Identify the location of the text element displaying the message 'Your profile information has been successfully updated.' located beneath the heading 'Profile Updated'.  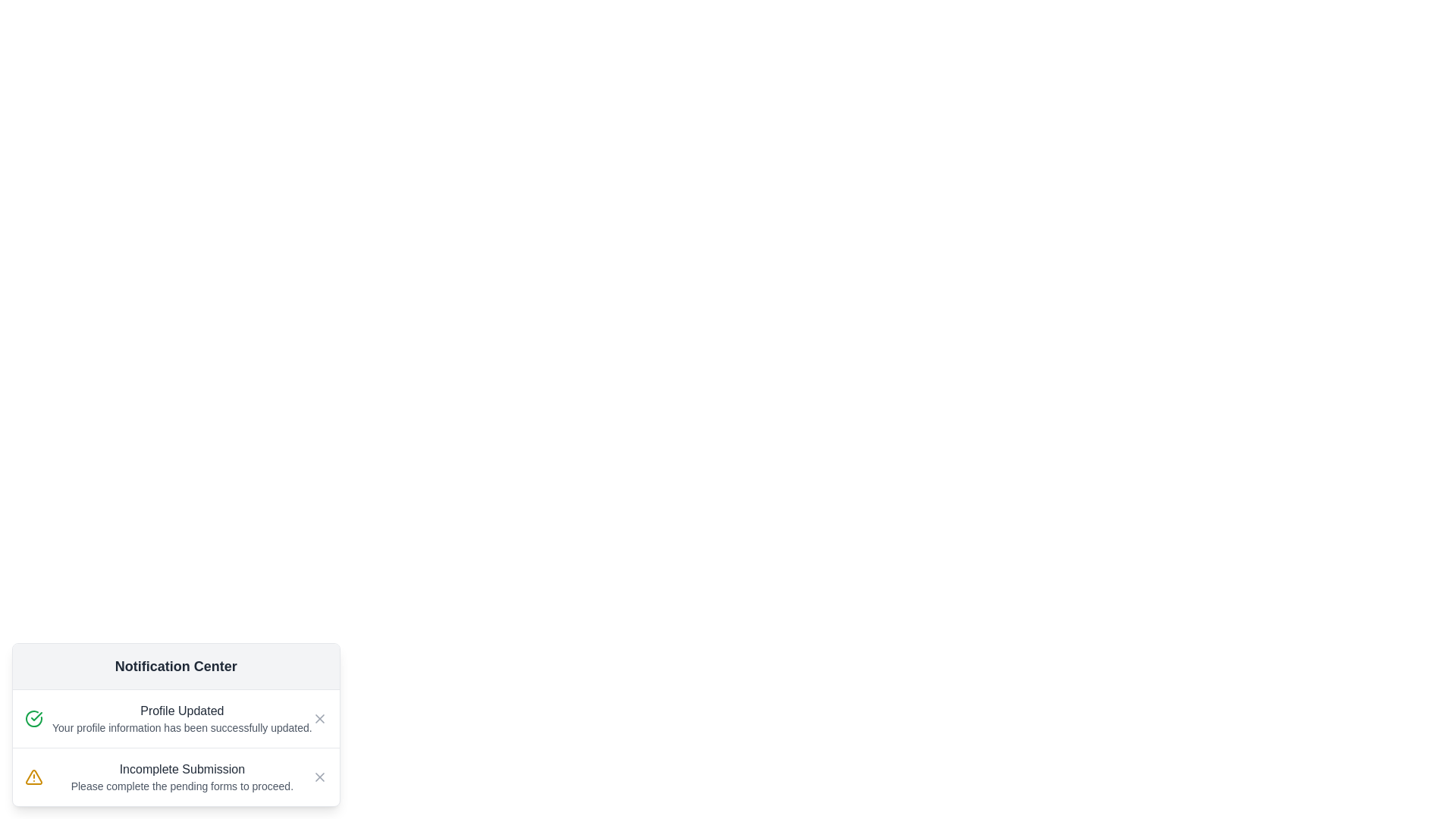
(182, 727).